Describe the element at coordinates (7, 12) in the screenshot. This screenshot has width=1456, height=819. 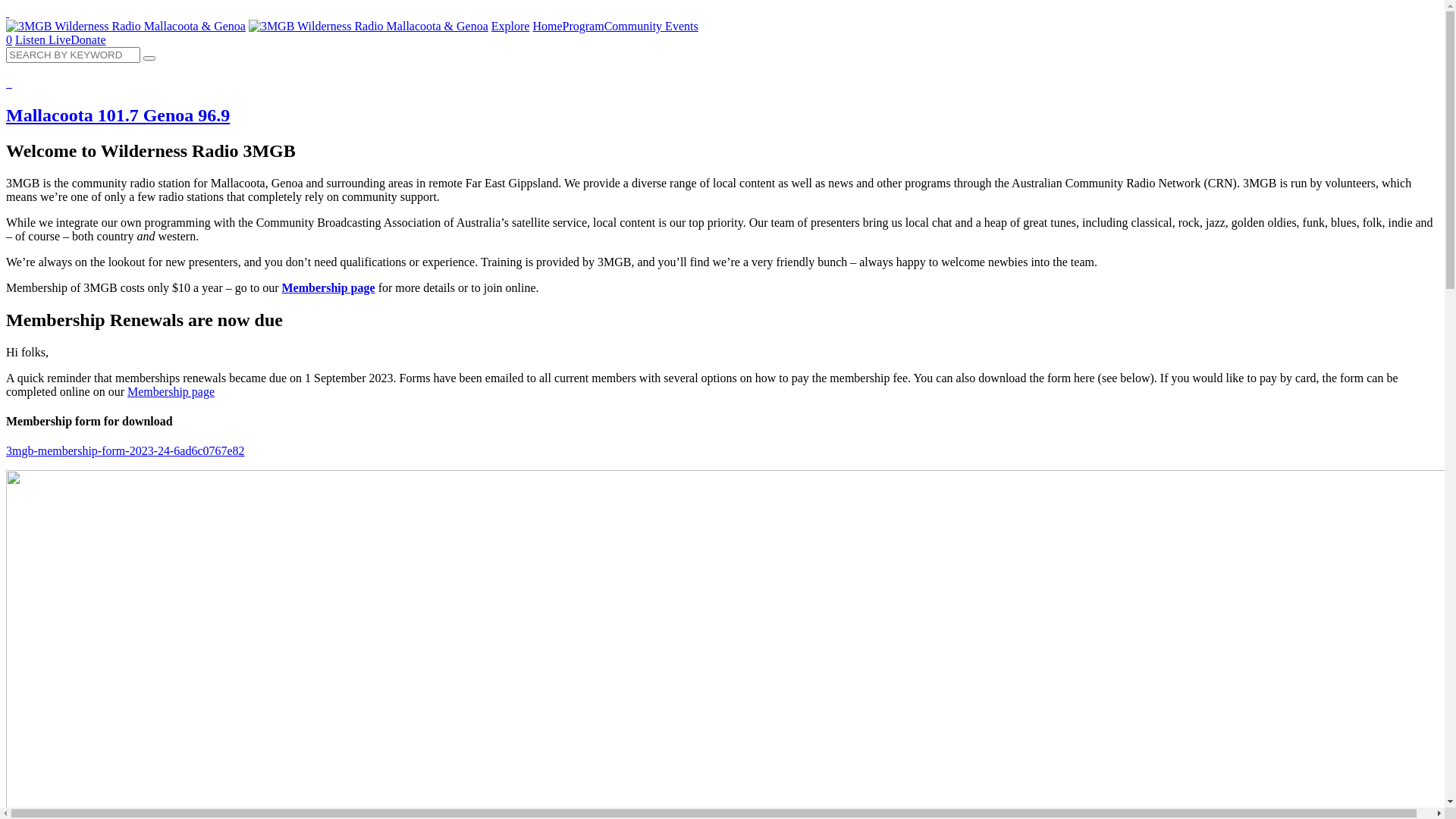
I see `' '` at that location.